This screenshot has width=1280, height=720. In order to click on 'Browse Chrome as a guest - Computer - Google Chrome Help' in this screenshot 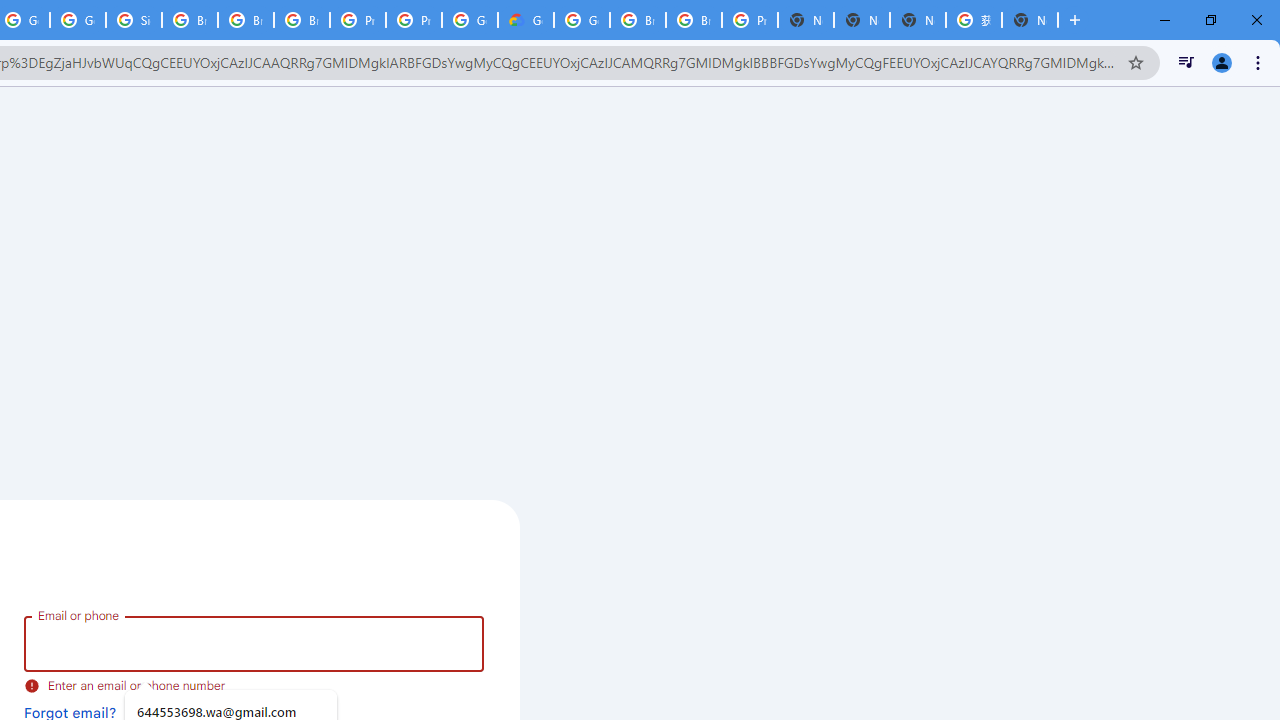, I will do `click(693, 20)`.